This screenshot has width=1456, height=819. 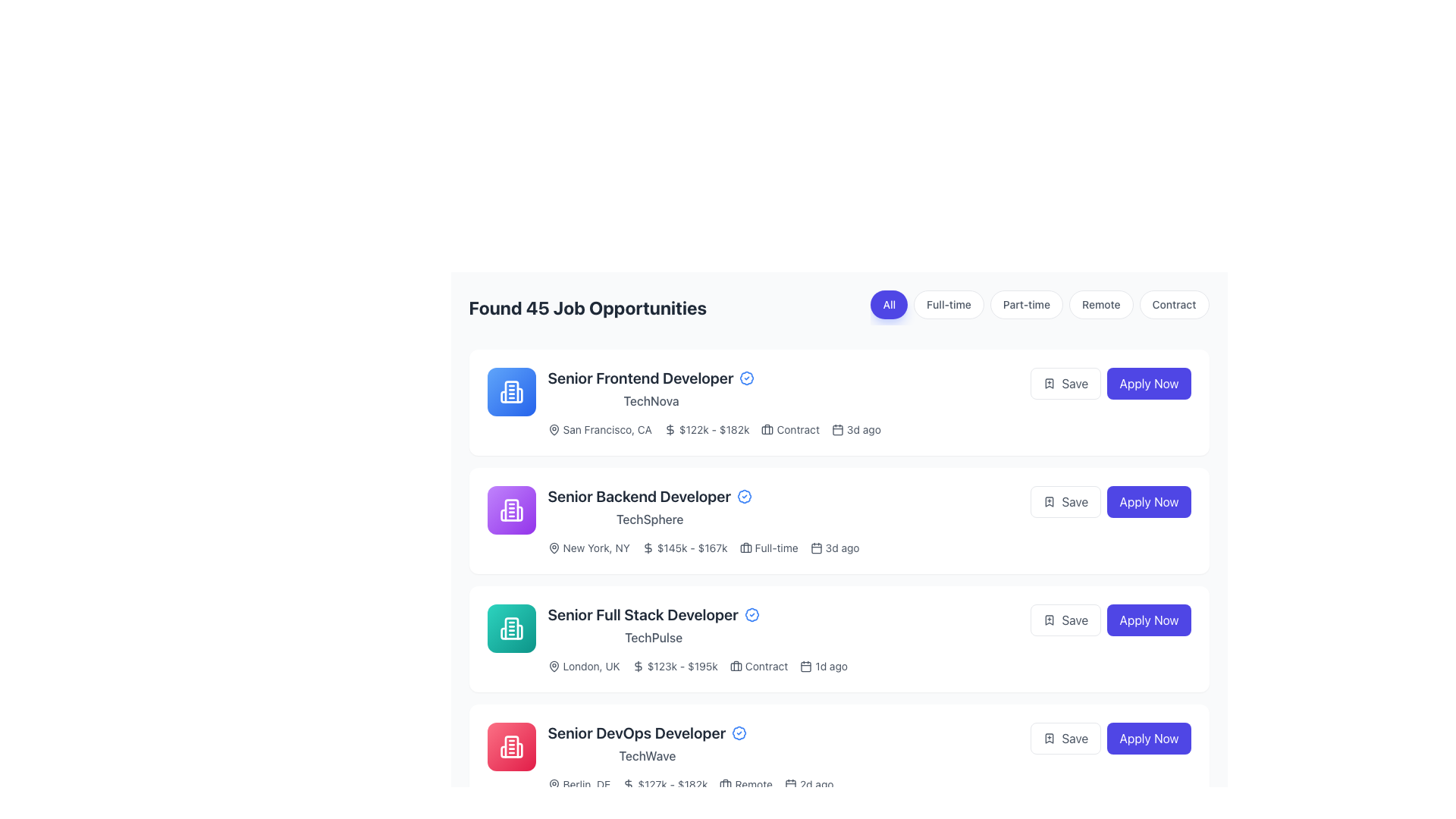 I want to click on the small squared bookmark icon with a plus sign, located to the left of the 'Save' button in the job opportunities section for the 'Senior DevOps Developer' listing, so click(x=1049, y=502).